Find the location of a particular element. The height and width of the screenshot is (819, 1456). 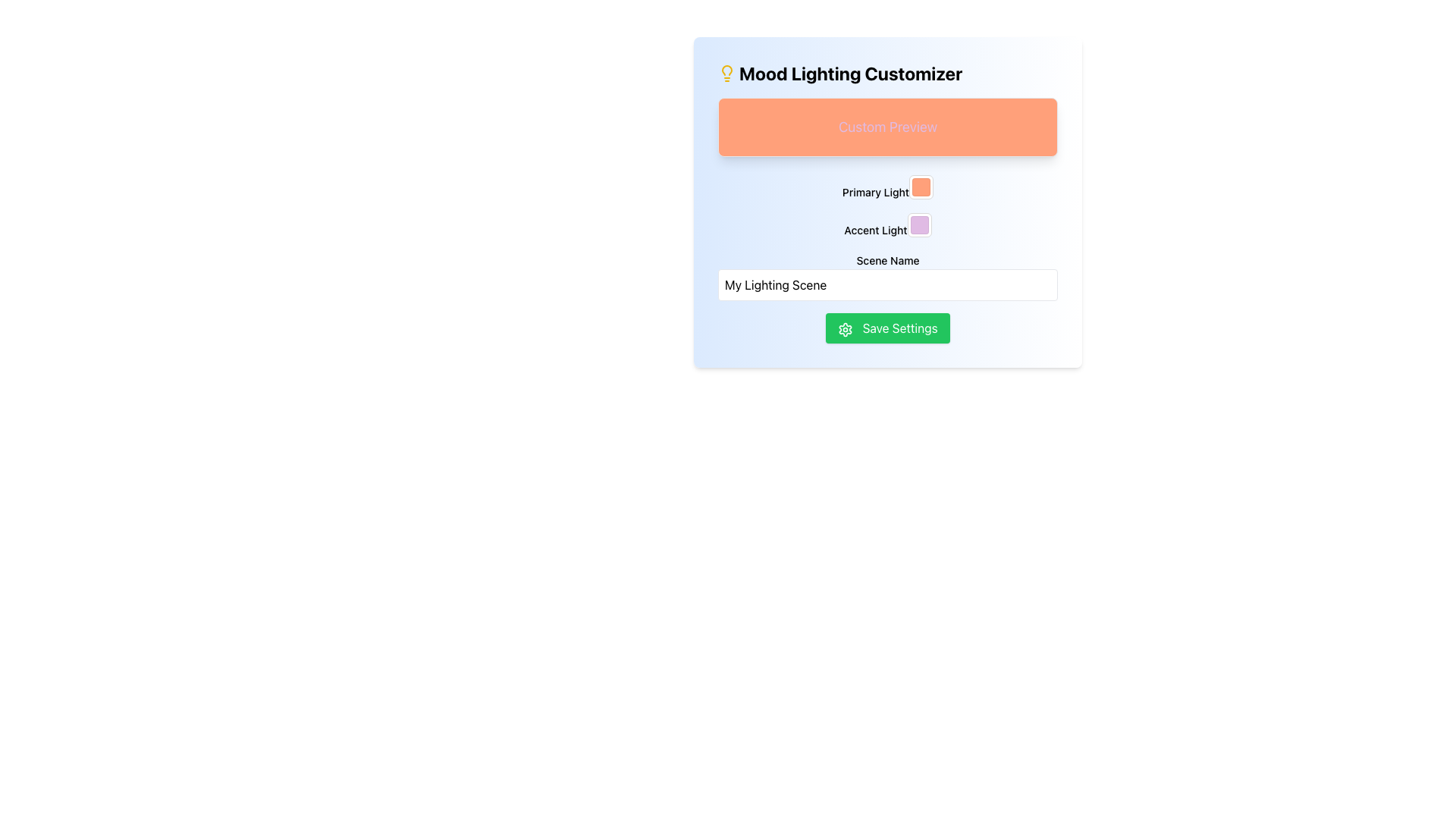

the lightbulb-shaped icon located at the leftmost part of the title text 'Mood Lighting Customizer' is located at coordinates (726, 73).